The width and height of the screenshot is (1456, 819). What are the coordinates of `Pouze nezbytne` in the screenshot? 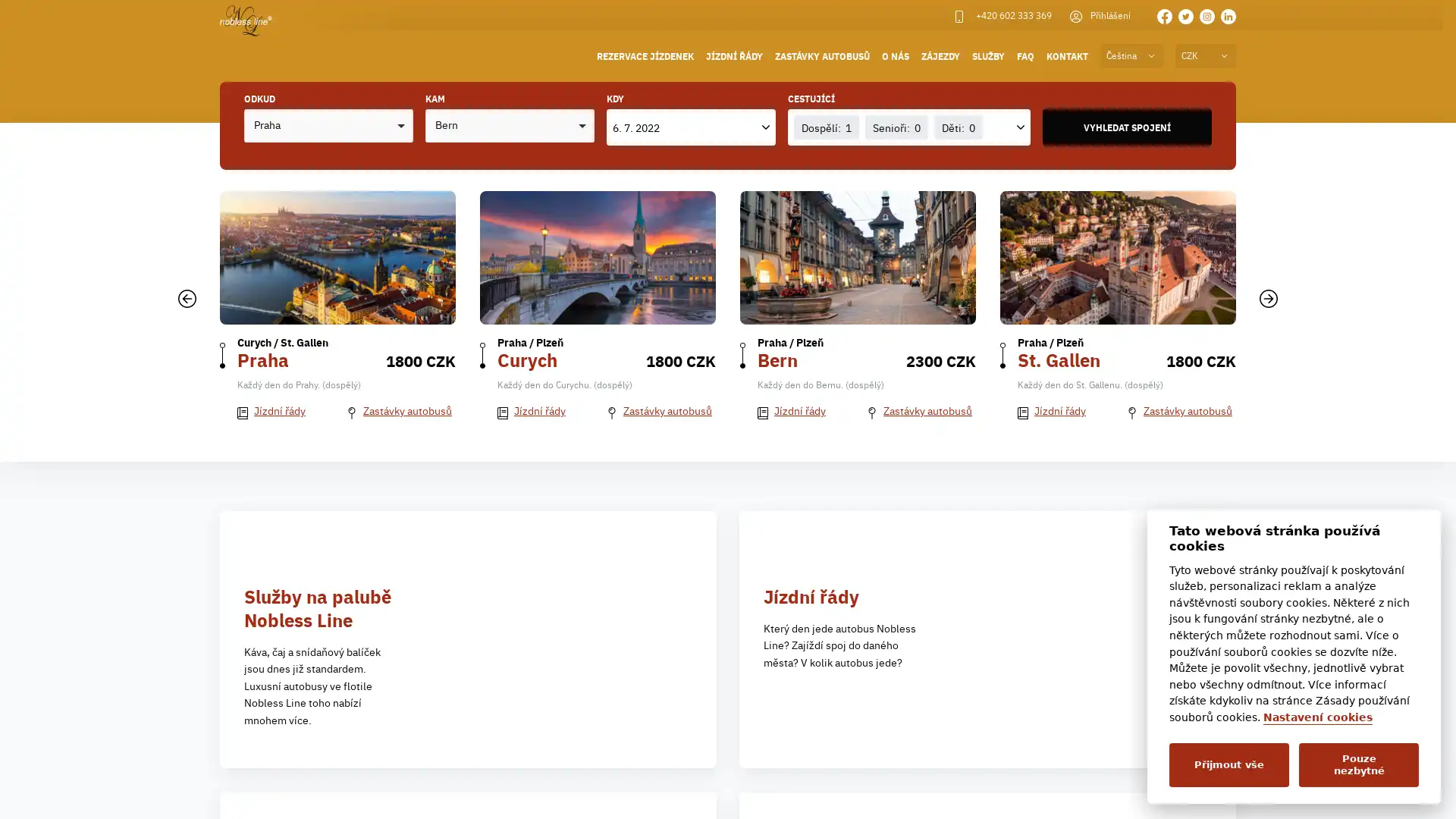 It's located at (1358, 764).